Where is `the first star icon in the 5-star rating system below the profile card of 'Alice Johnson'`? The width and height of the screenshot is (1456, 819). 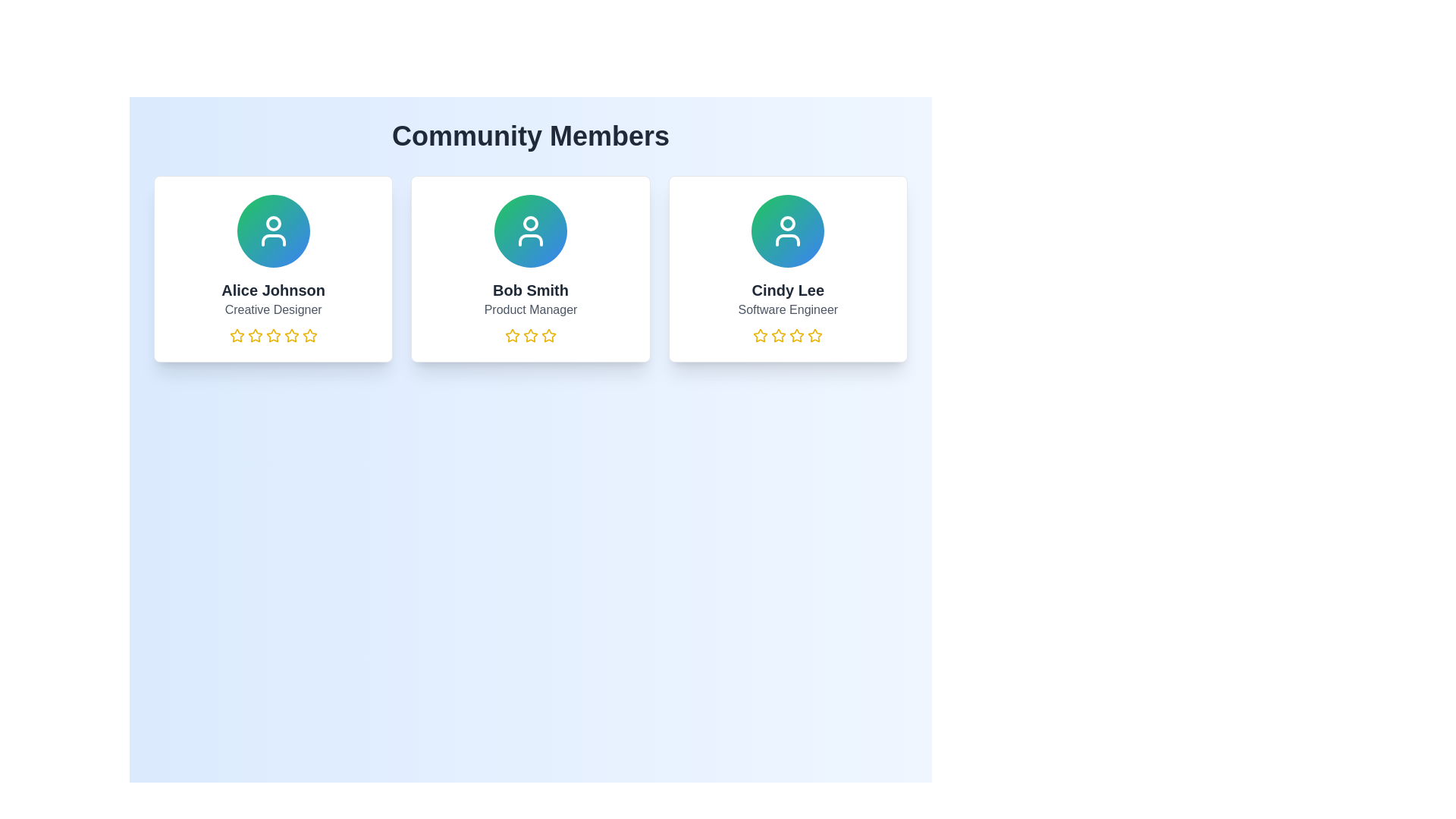 the first star icon in the 5-star rating system below the profile card of 'Alice Johnson' is located at coordinates (236, 335).